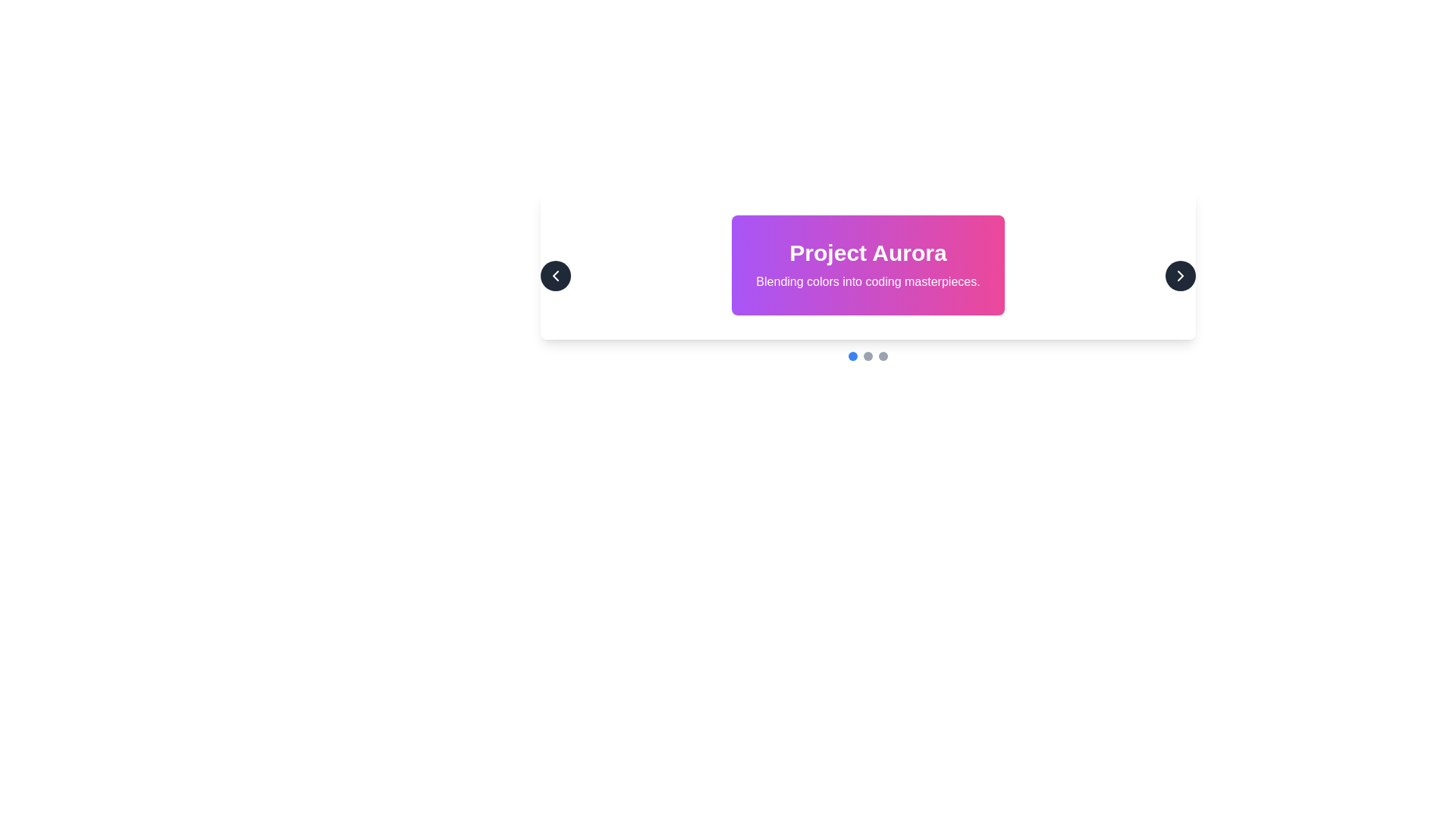 Image resolution: width=1456 pixels, height=819 pixels. Describe the element at coordinates (1179, 275) in the screenshot. I see `the white arrow icon inside the dark circular button located at the far right of the horizontally centered carousel interface to trigger effects` at that location.